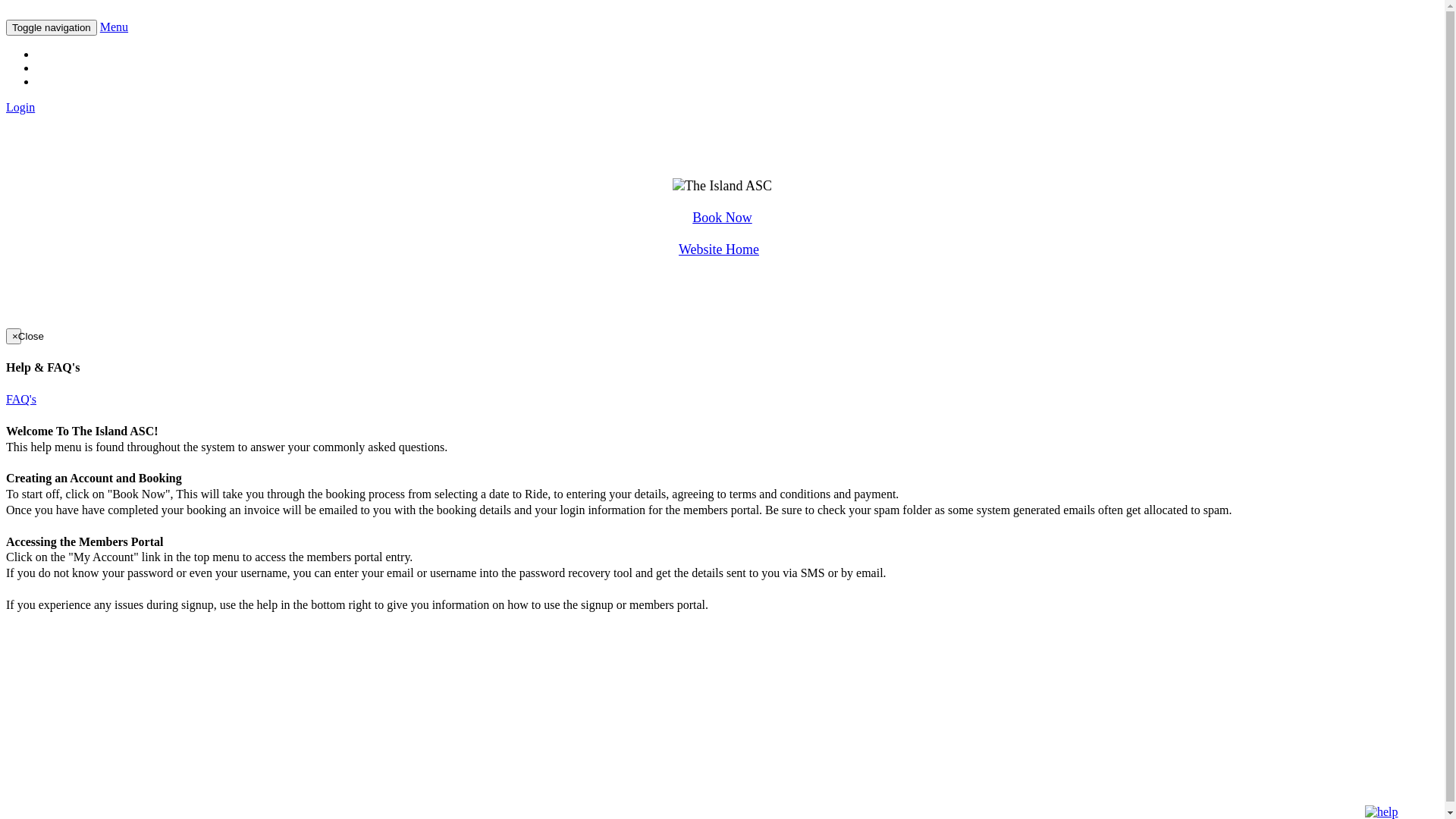 This screenshot has height=819, width=1456. What do you see at coordinates (113, 27) in the screenshot?
I see `'Menu'` at bounding box center [113, 27].